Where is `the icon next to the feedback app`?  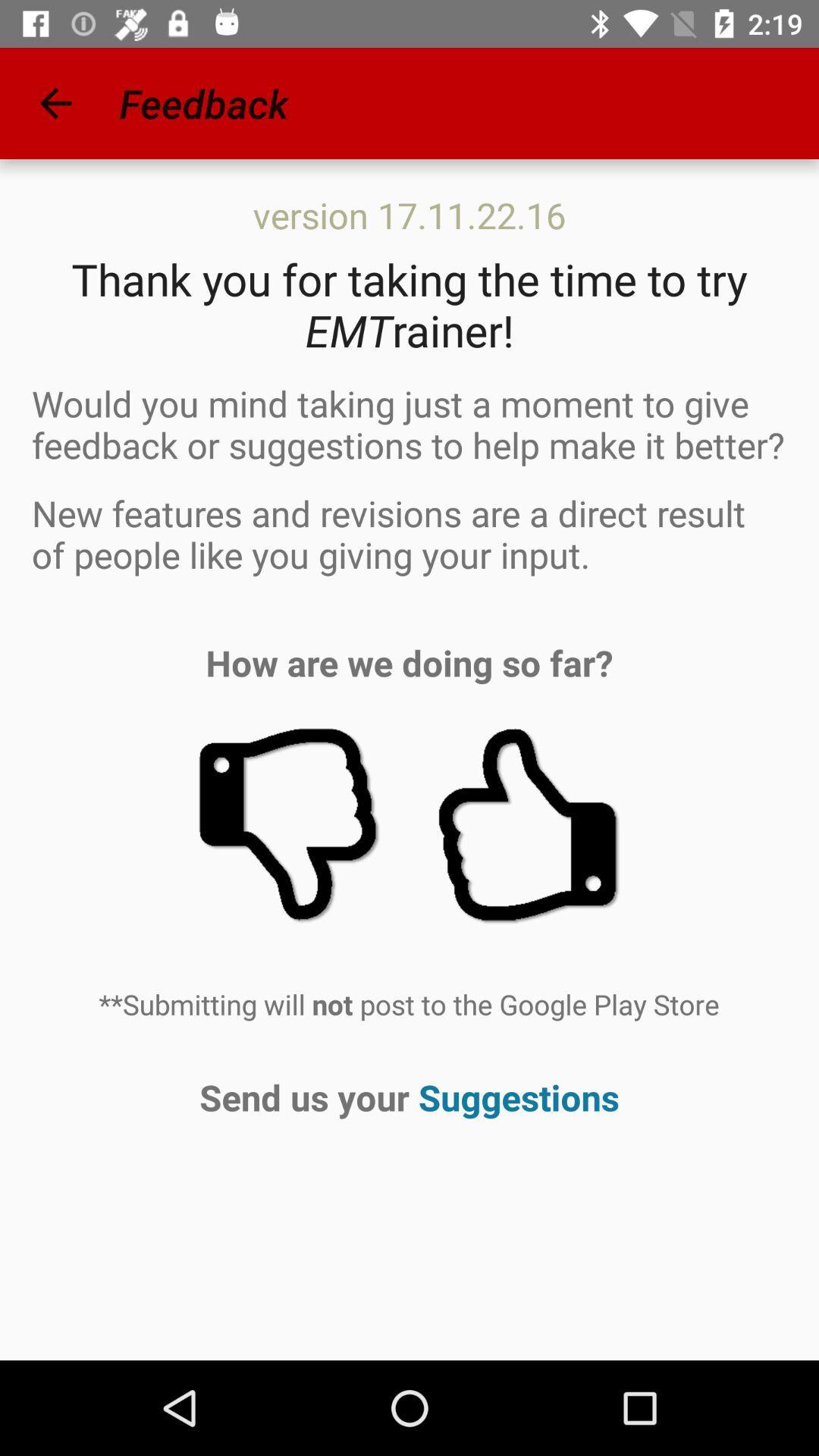
the icon next to the feedback app is located at coordinates (55, 102).